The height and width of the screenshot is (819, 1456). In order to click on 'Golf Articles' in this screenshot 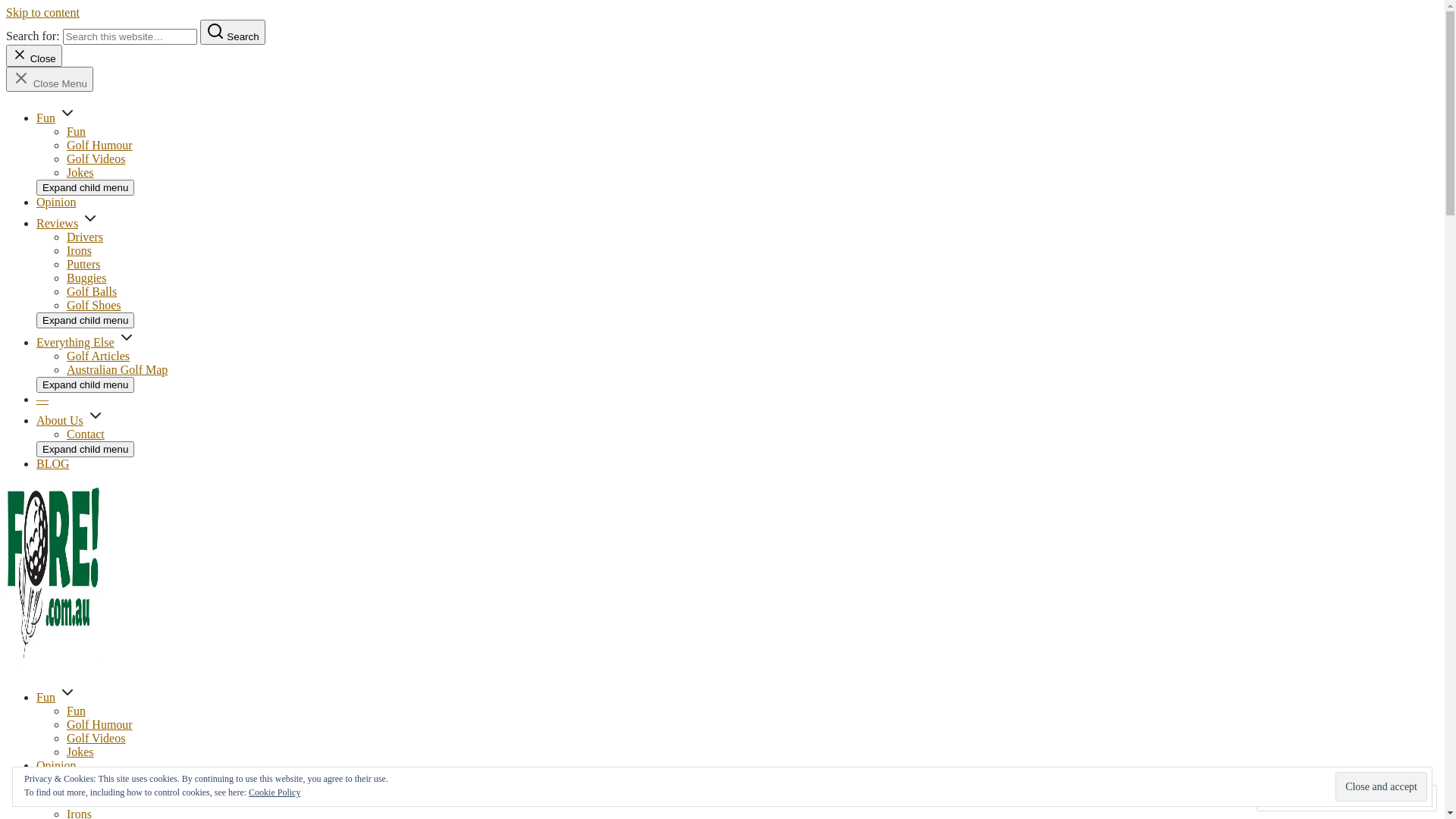, I will do `click(97, 356)`.